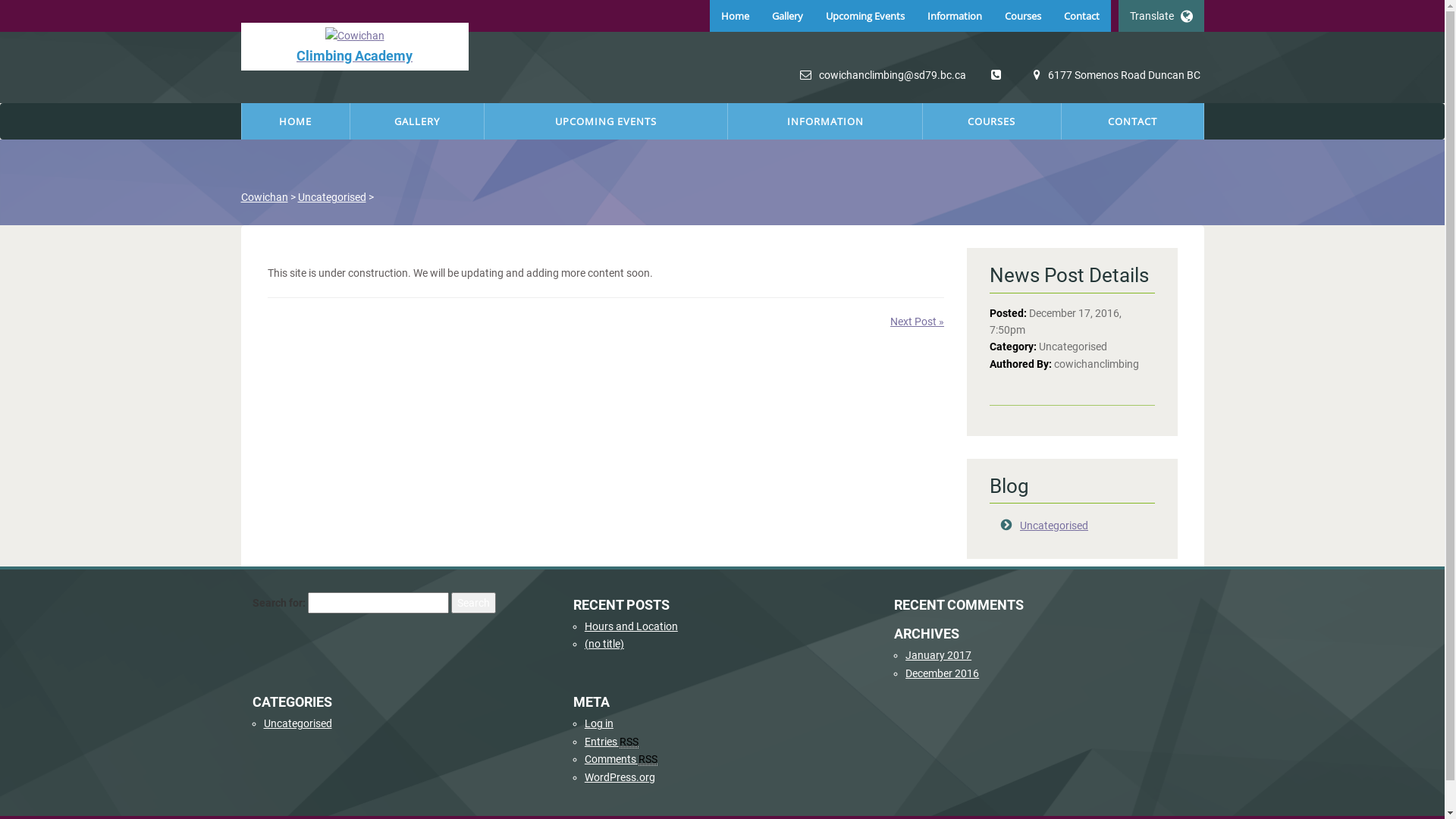 This screenshot has height=819, width=1456. I want to click on 'Log in', so click(598, 722).